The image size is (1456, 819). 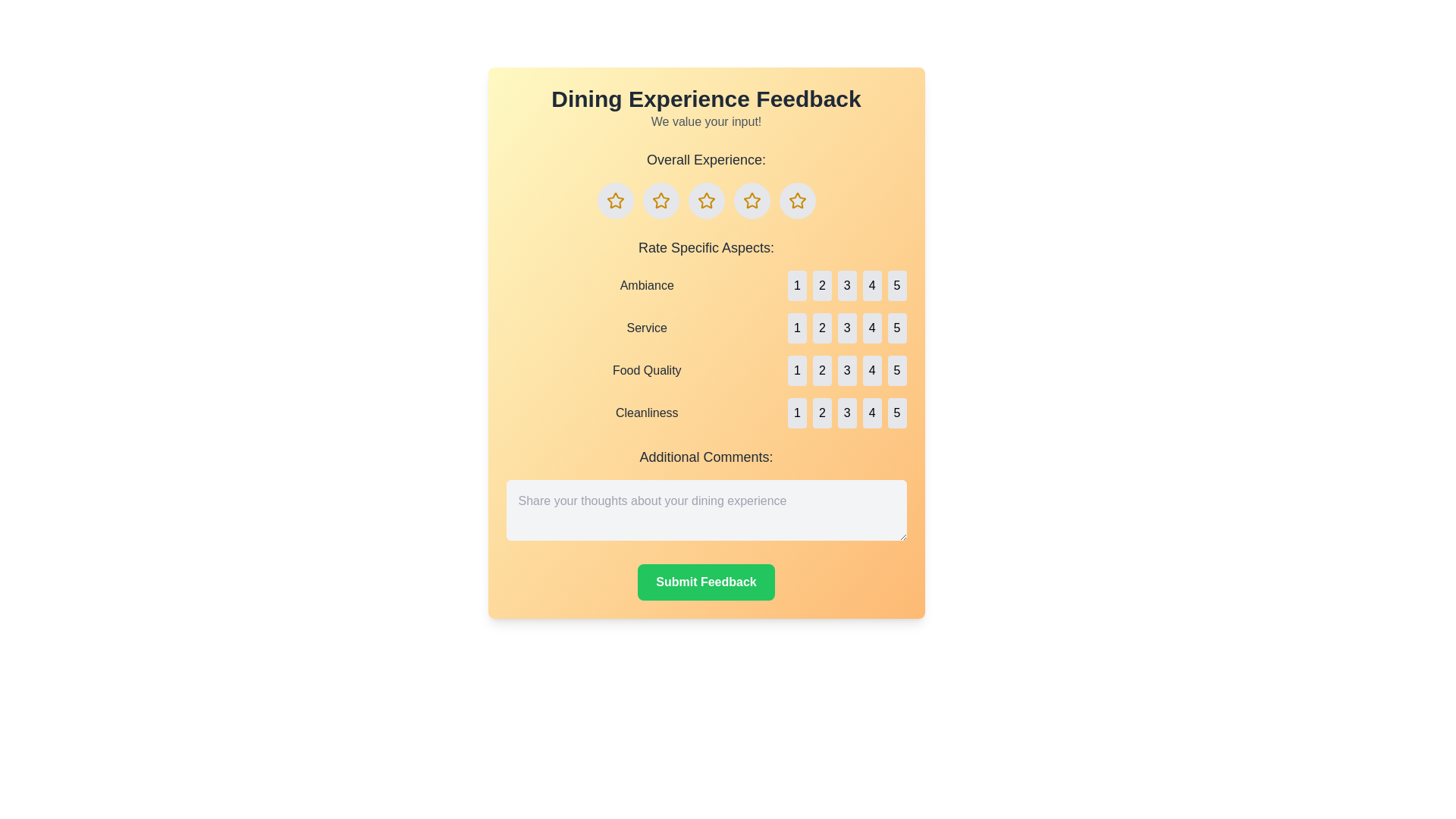 I want to click on the fifth circular button used for rating 'Overall Experience', so click(x=752, y=200).